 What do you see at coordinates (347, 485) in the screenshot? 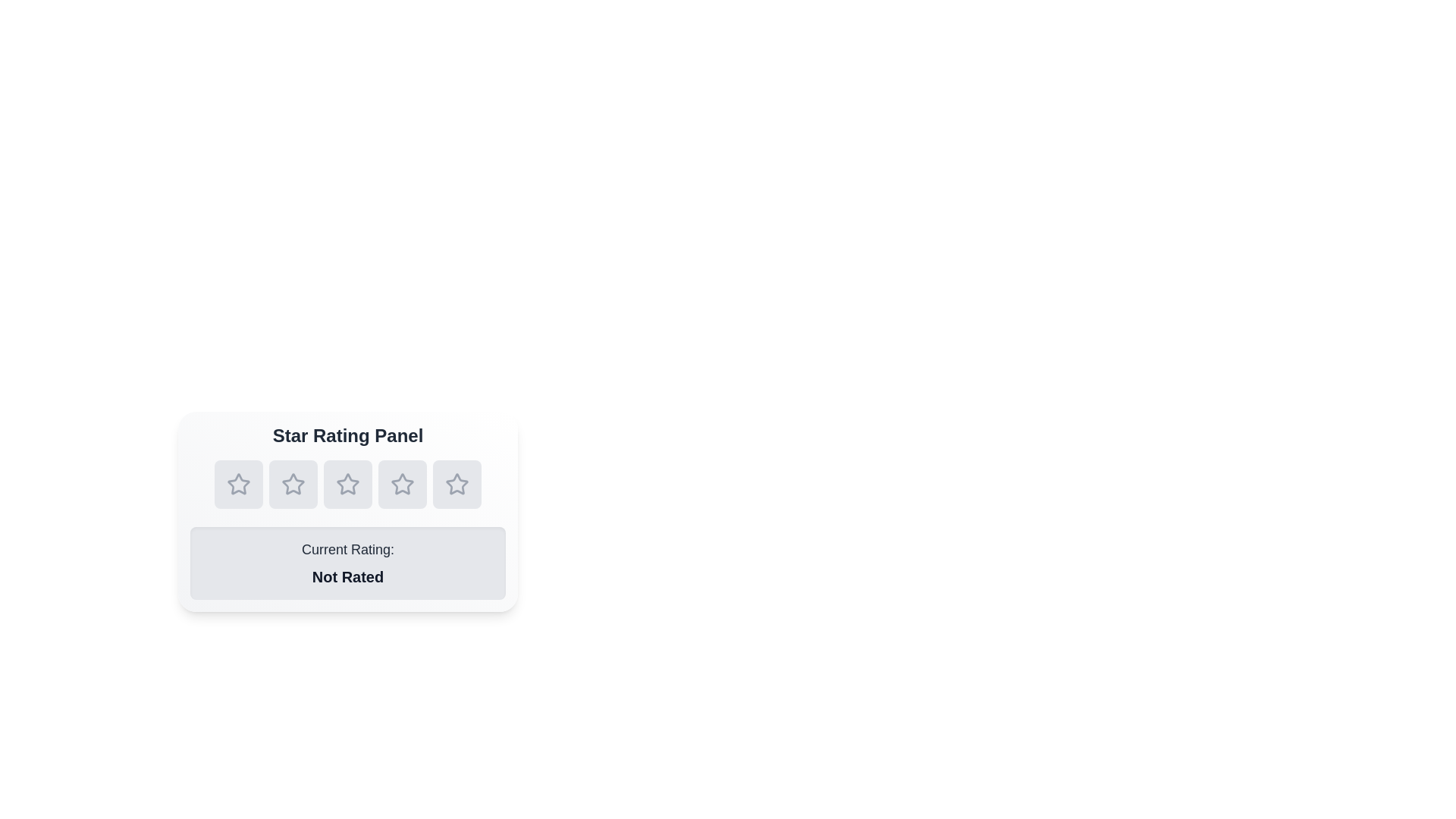
I see `the third star icon in the star rating system to select the third rating option` at bounding box center [347, 485].